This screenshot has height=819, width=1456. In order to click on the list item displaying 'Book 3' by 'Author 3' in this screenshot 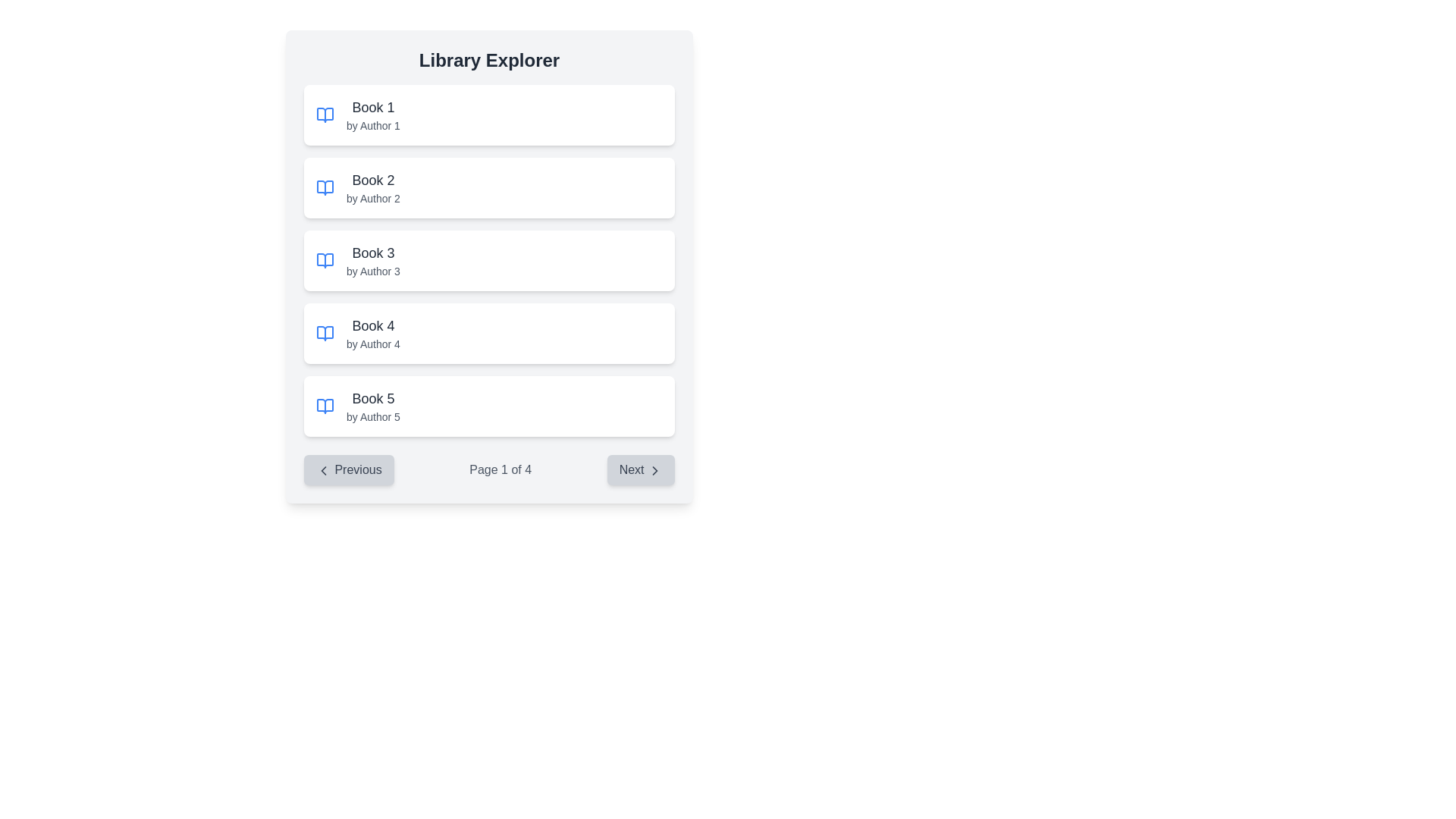, I will do `click(373, 259)`.